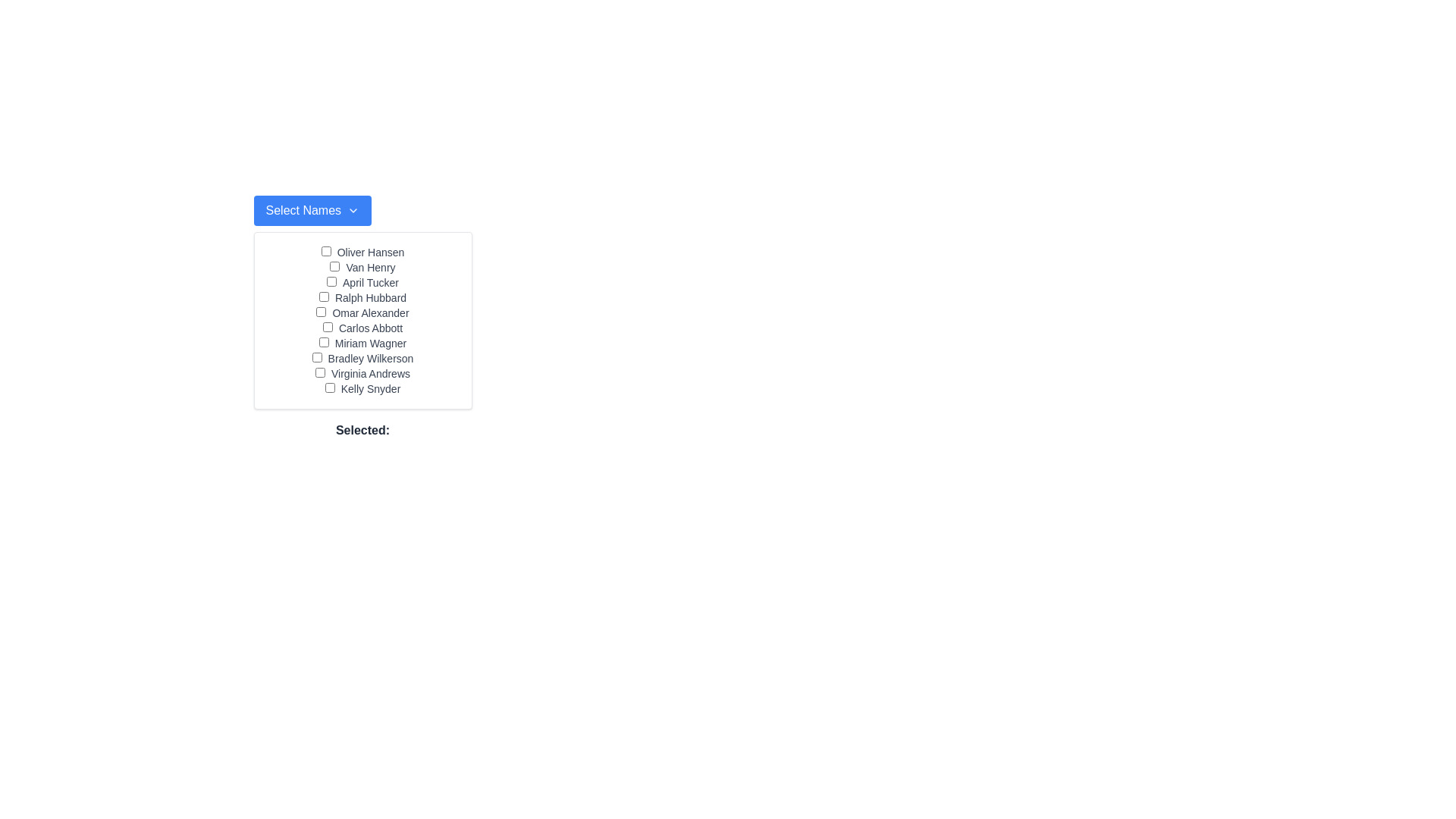 The image size is (1456, 819). I want to click on the checkboxes inside the panel containing a list of names, so click(362, 320).